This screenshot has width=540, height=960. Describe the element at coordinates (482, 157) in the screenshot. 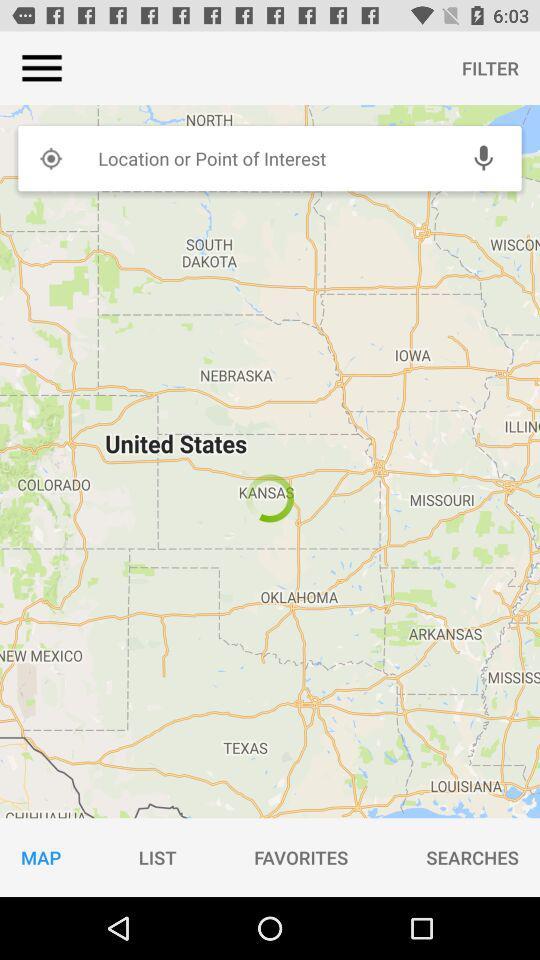

I see `the microphone icon` at that location.